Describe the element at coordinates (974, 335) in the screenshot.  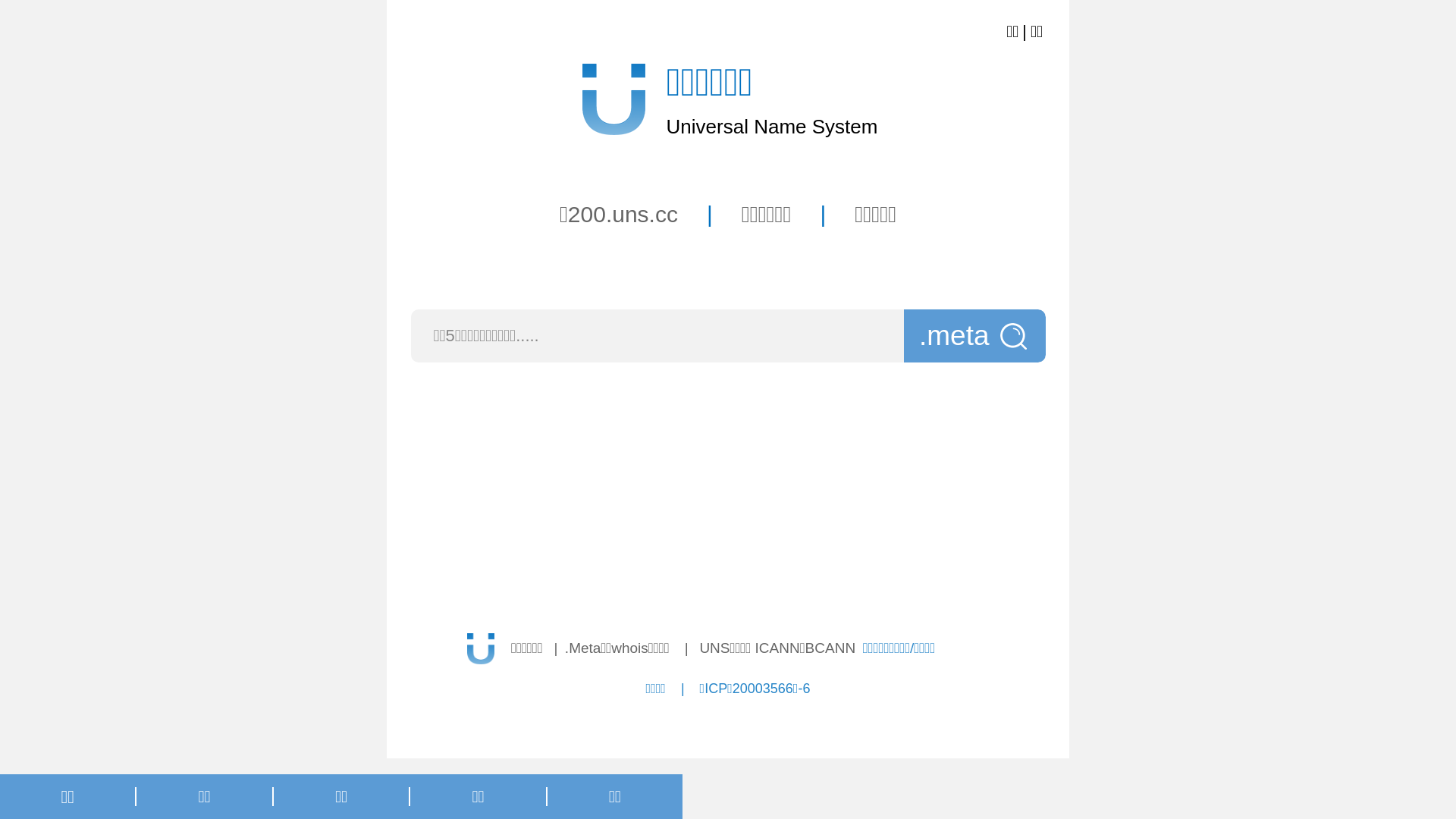
I see `'.meta'` at that location.